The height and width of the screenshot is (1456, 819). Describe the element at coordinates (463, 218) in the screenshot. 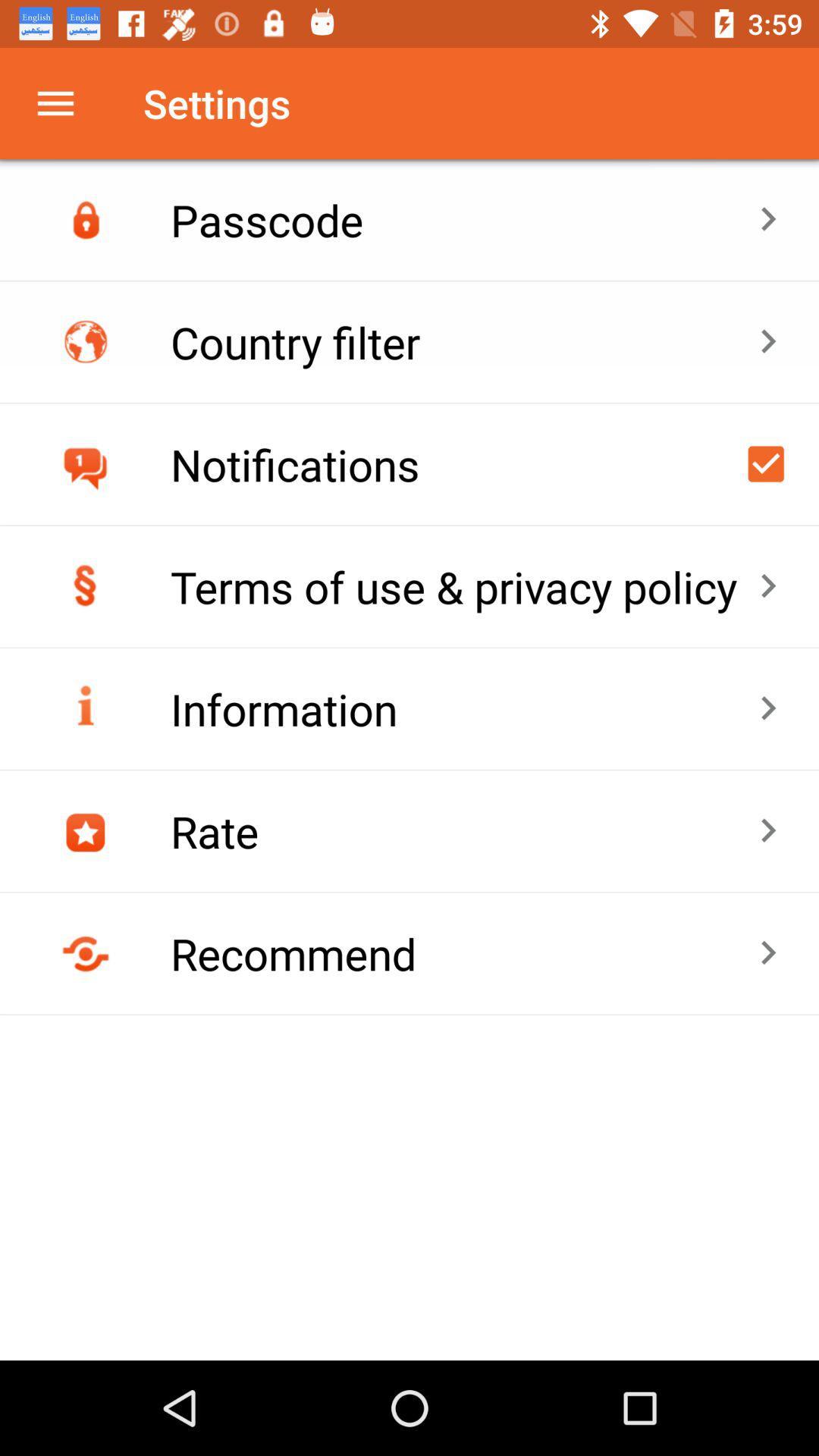

I see `the passcode item` at that location.